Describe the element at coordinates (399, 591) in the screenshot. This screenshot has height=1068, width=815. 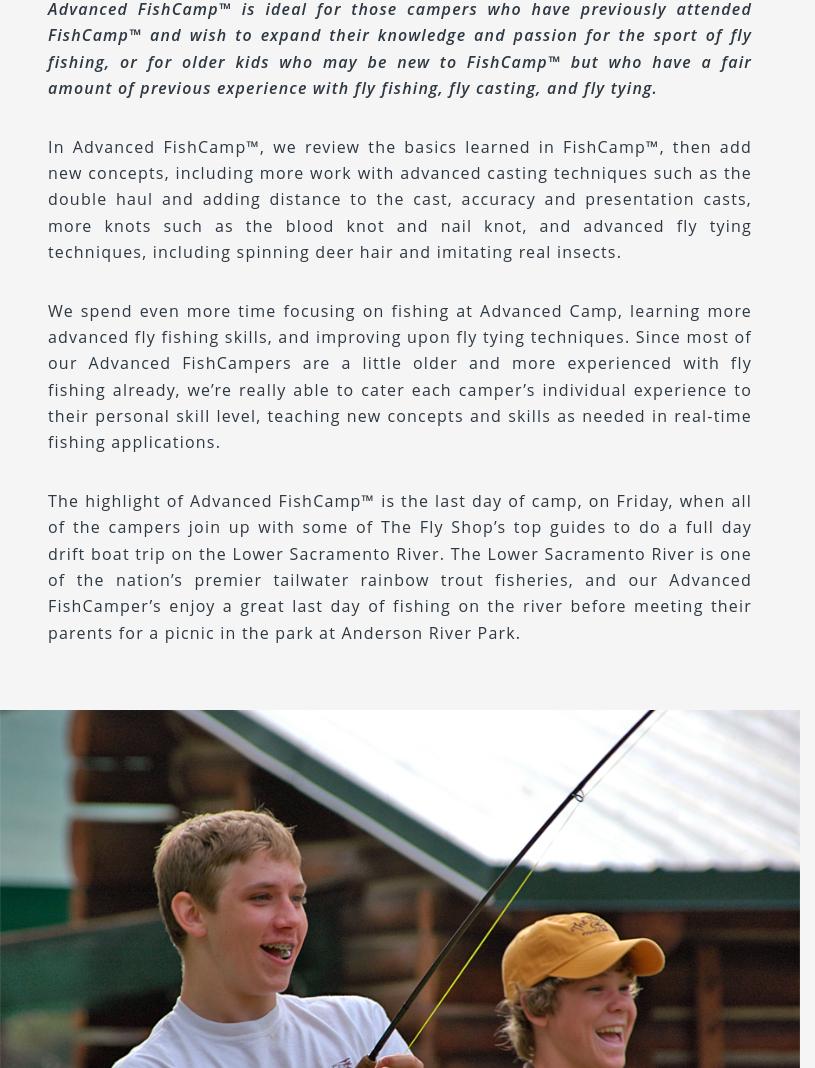
I see `'is one of the nation’s premier tailwater rainbow trout fisheries, and our Advanced FishCamper’s enjoy a great last day of fishing on the river before meeting their parents for a picnic in the park at Anderson River Park.'` at that location.